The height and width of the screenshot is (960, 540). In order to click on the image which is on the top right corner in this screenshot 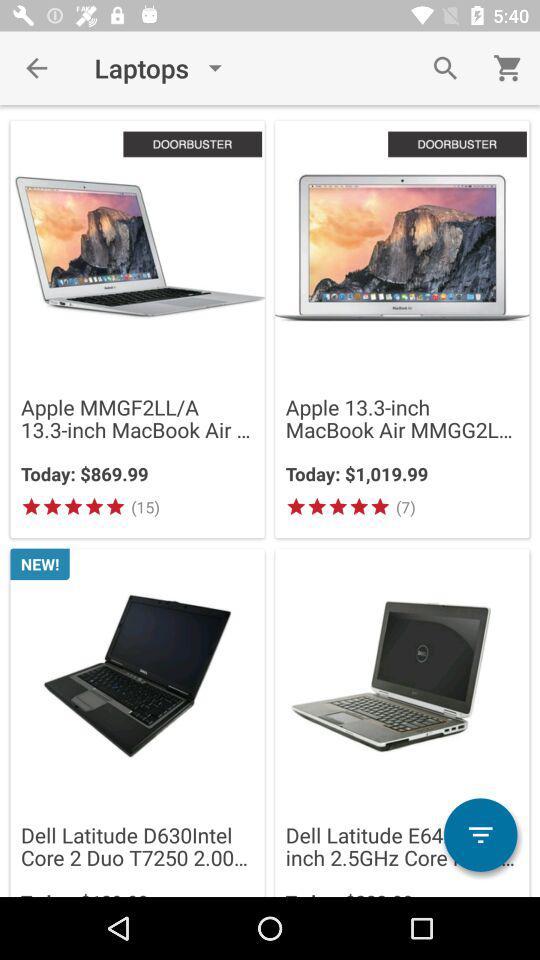, I will do `click(402, 246)`.